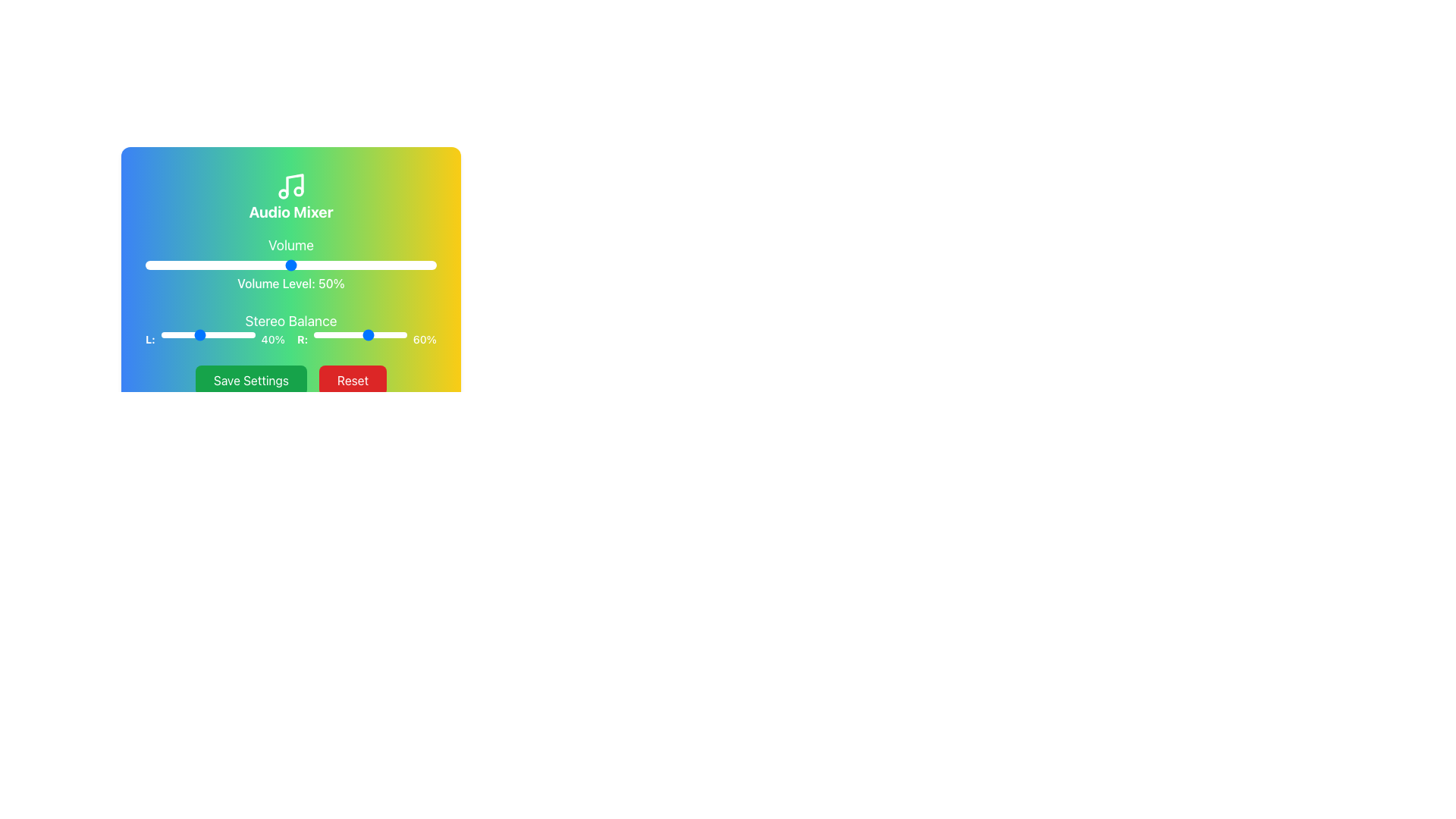  What do you see at coordinates (342, 334) in the screenshot?
I see `the stereo balance` at bounding box center [342, 334].